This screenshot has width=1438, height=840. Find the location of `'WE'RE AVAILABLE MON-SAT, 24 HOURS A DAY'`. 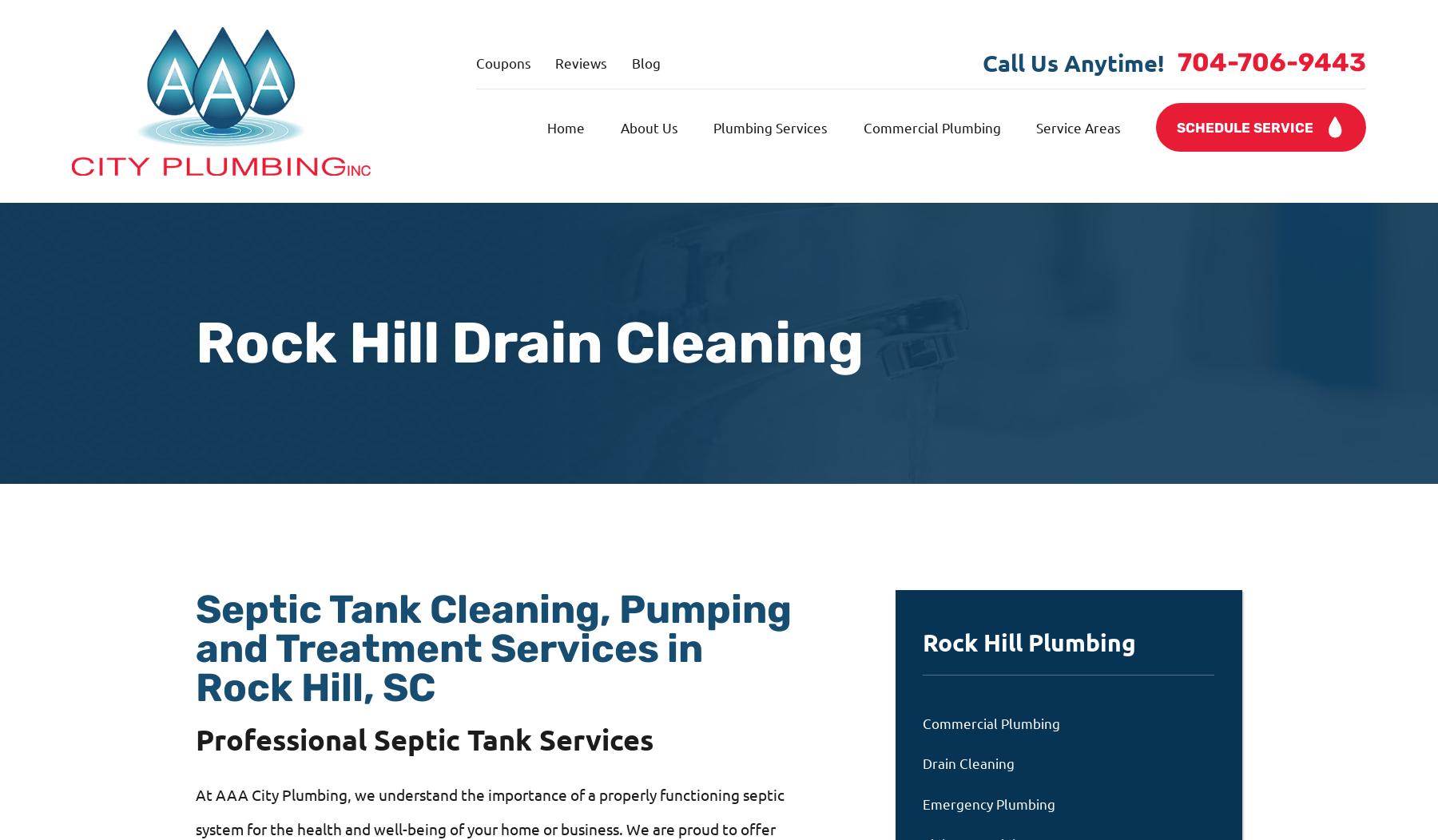

'WE'RE AVAILABLE MON-SAT, 24 HOURS A DAY' is located at coordinates (235, 692).